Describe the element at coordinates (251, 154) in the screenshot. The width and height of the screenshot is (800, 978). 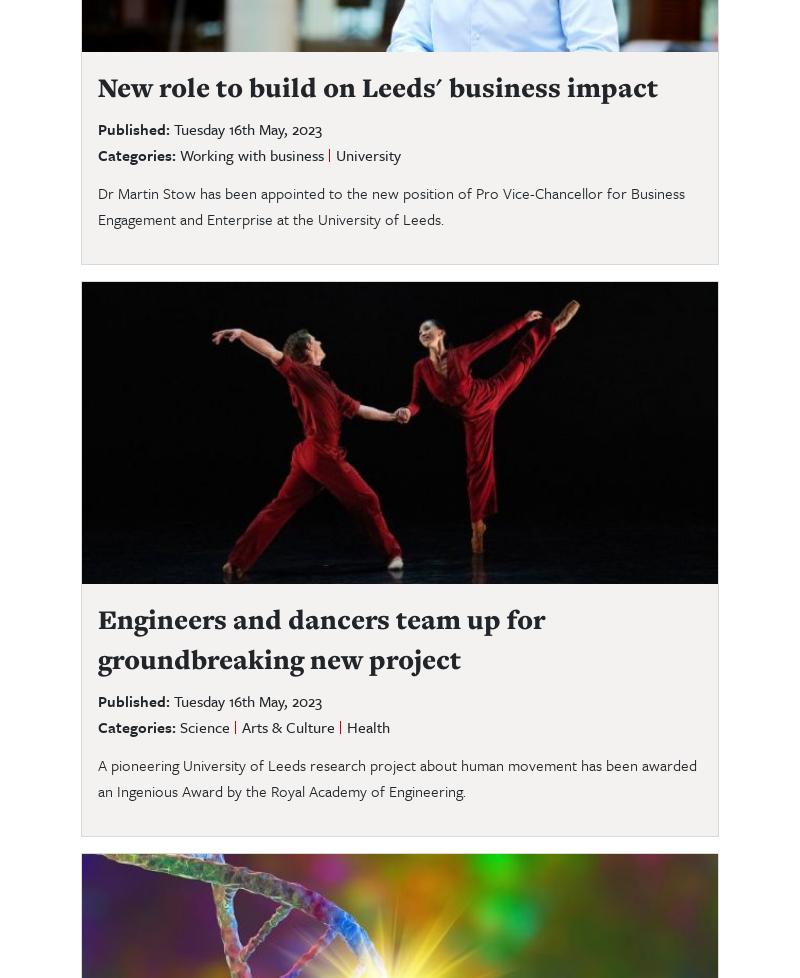
I see `'Working with business'` at that location.